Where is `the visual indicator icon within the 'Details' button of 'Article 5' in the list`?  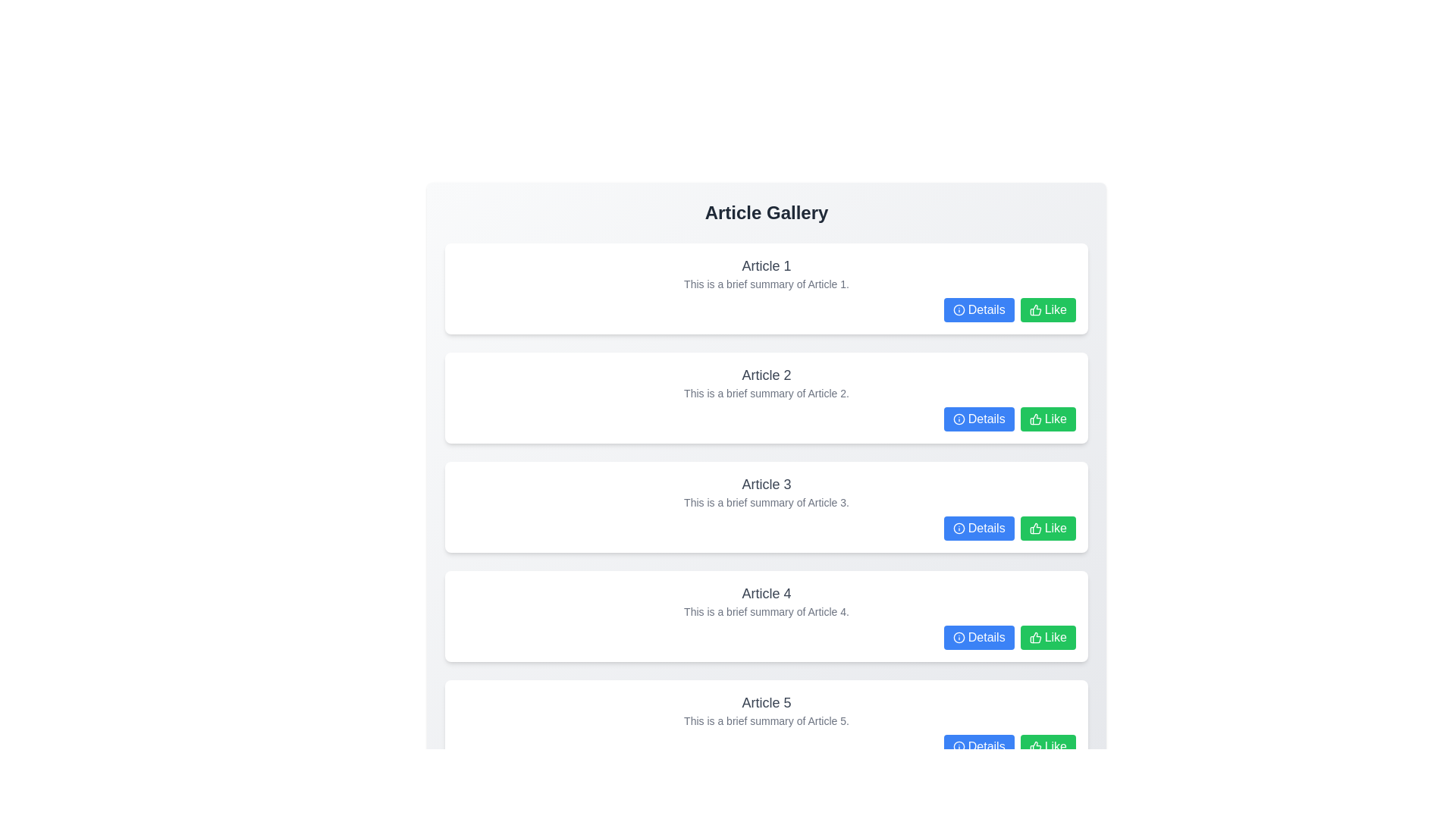 the visual indicator icon within the 'Details' button of 'Article 5' in the list is located at coordinates (958, 745).